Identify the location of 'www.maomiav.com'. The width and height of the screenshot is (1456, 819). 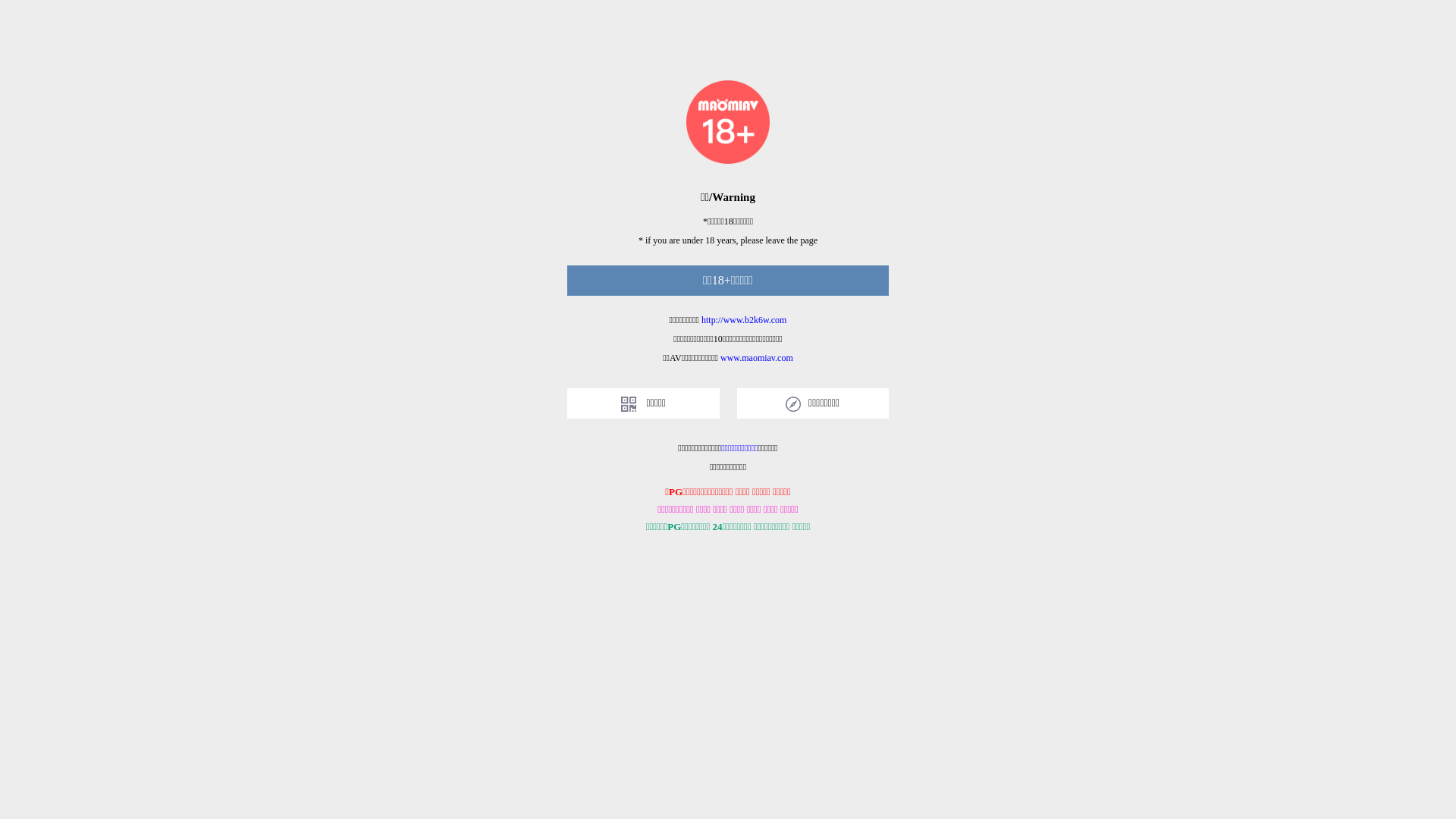
(720, 357).